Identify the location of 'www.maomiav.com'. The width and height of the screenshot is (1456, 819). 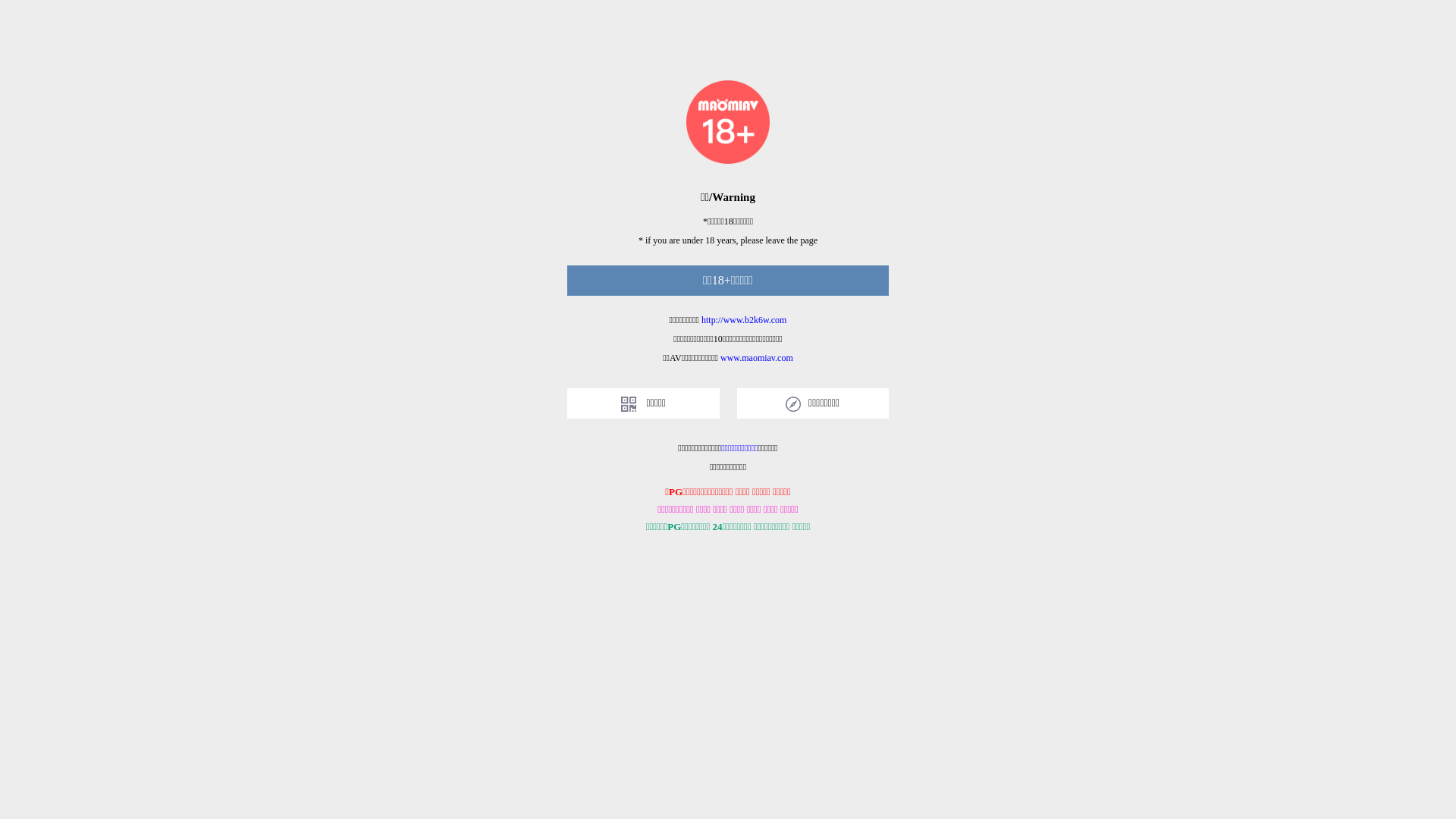
(720, 357).